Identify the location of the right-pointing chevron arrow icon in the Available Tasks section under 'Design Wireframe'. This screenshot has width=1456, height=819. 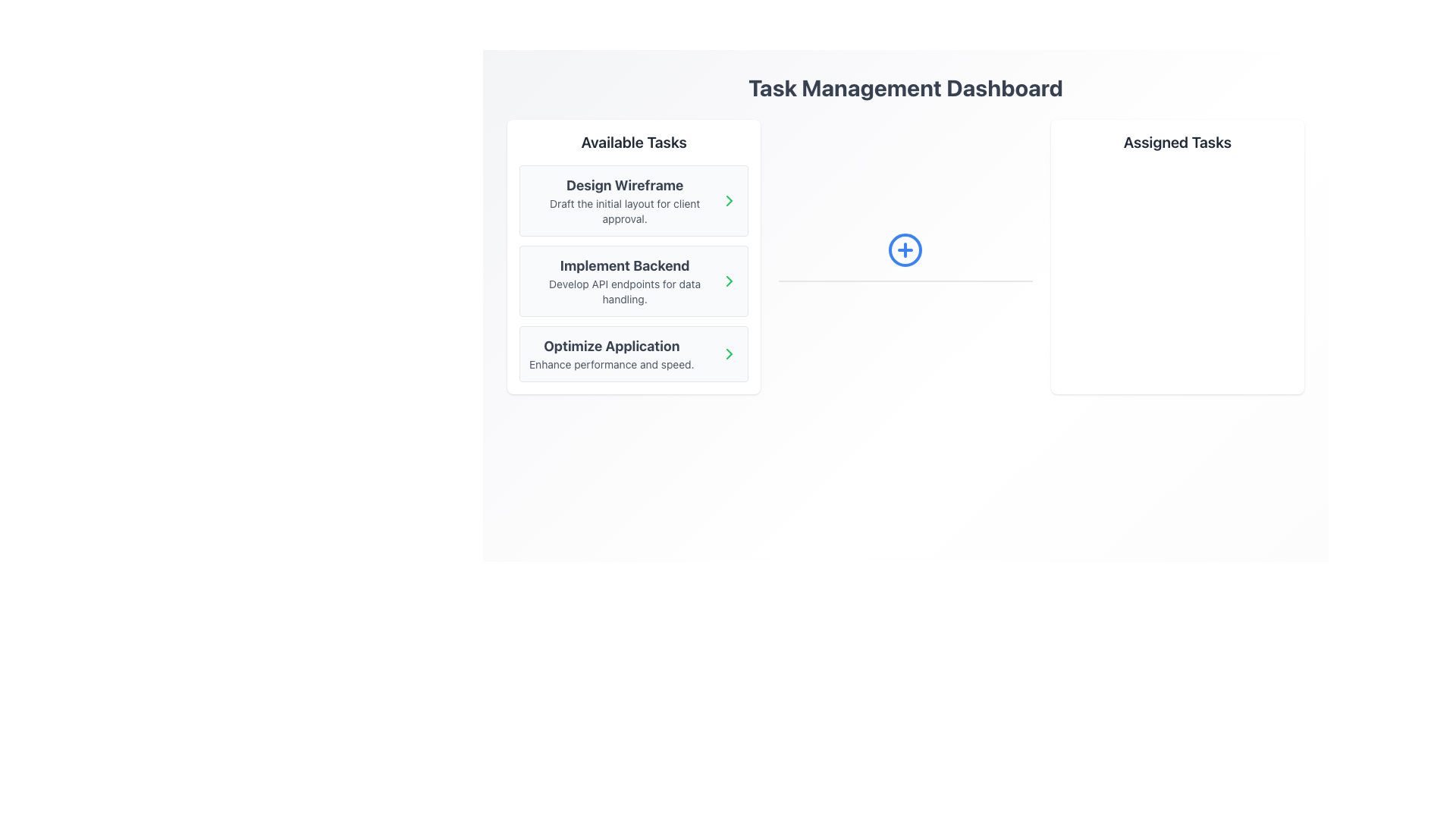
(729, 200).